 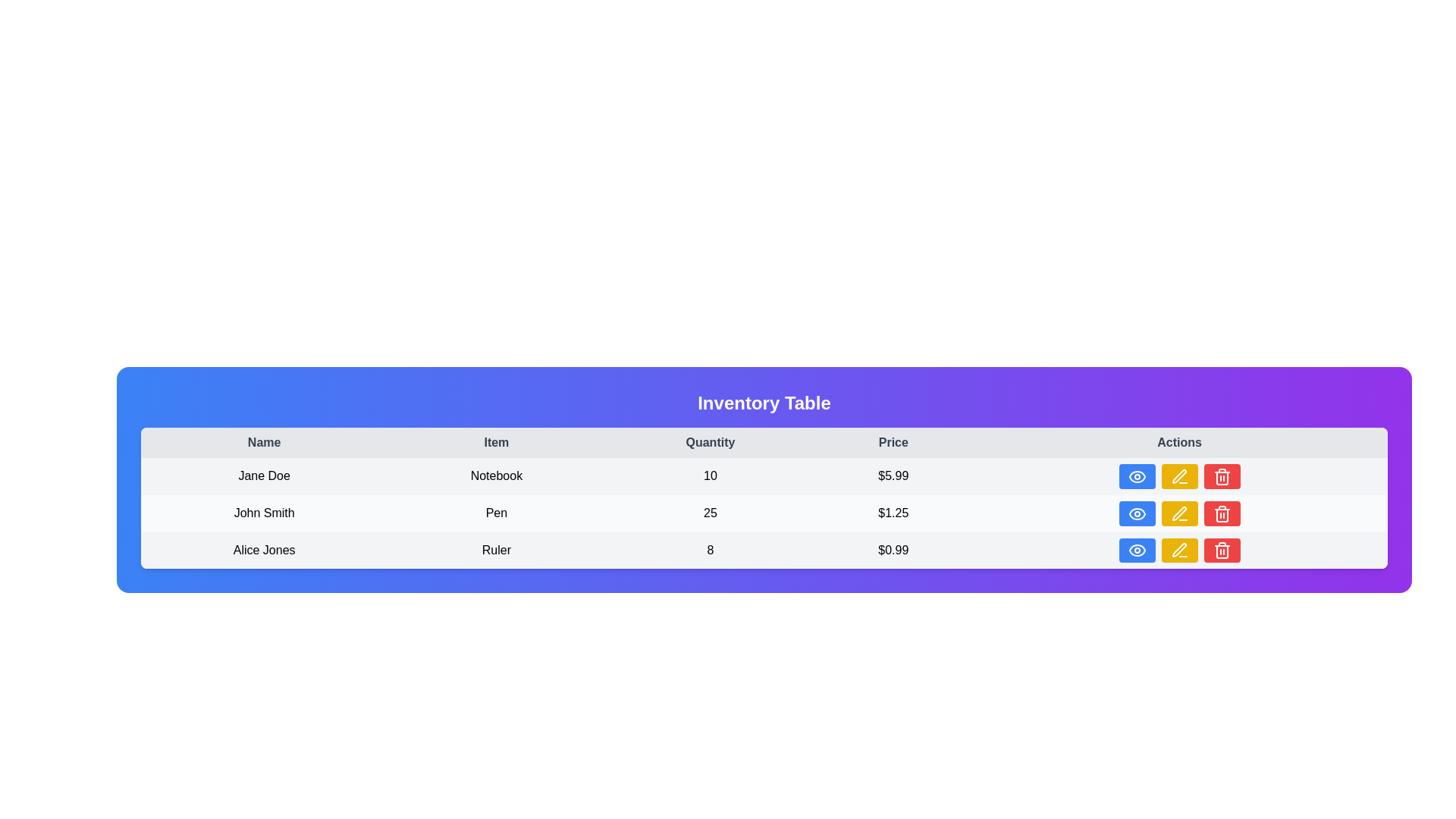 What do you see at coordinates (1178, 475) in the screenshot?
I see `the edit button in the Actions column for the 'Notebook' item associated with 'Jane Doe'` at bounding box center [1178, 475].